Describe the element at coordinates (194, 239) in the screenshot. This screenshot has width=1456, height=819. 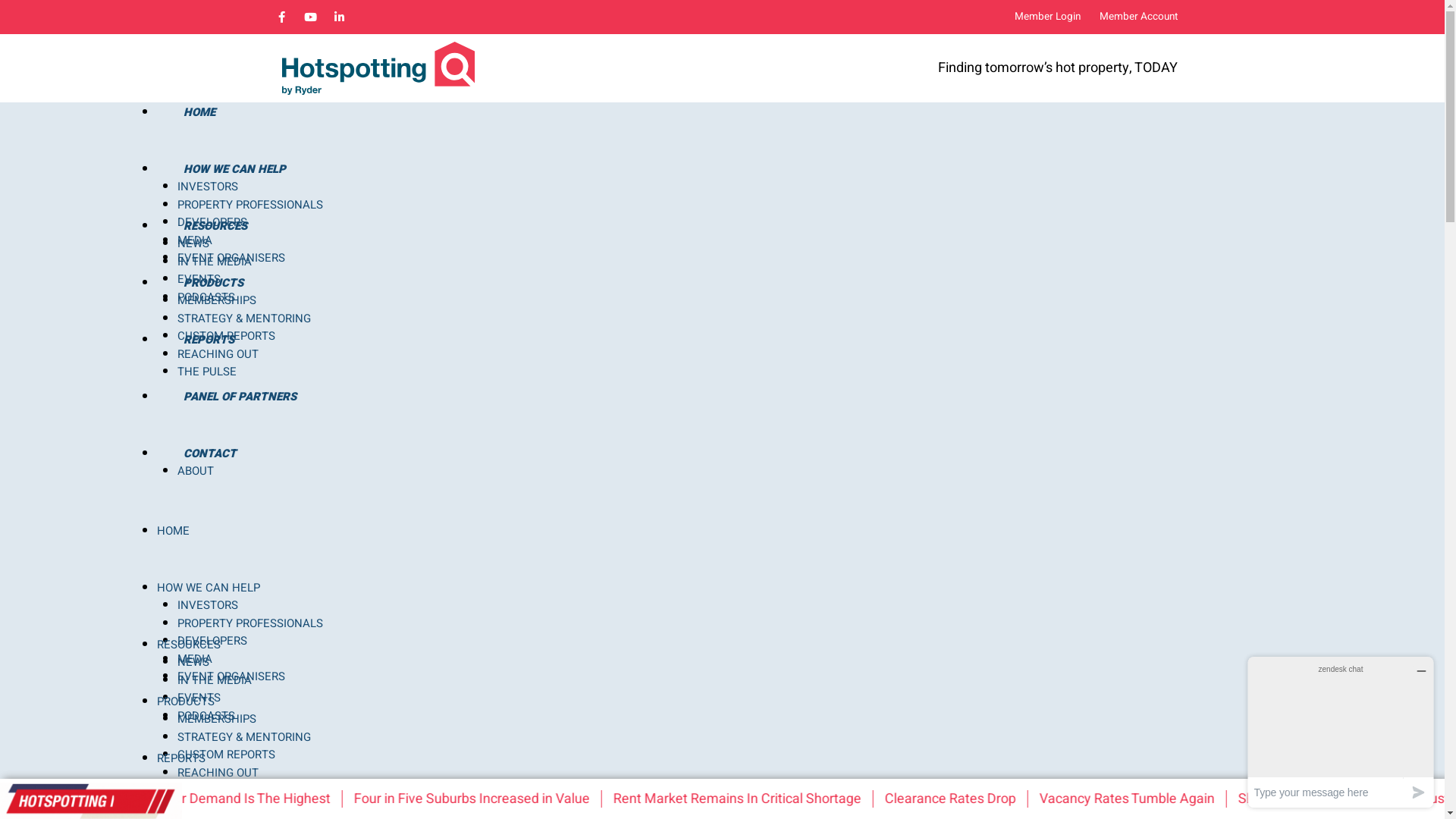
I see `'MEDIA'` at that location.